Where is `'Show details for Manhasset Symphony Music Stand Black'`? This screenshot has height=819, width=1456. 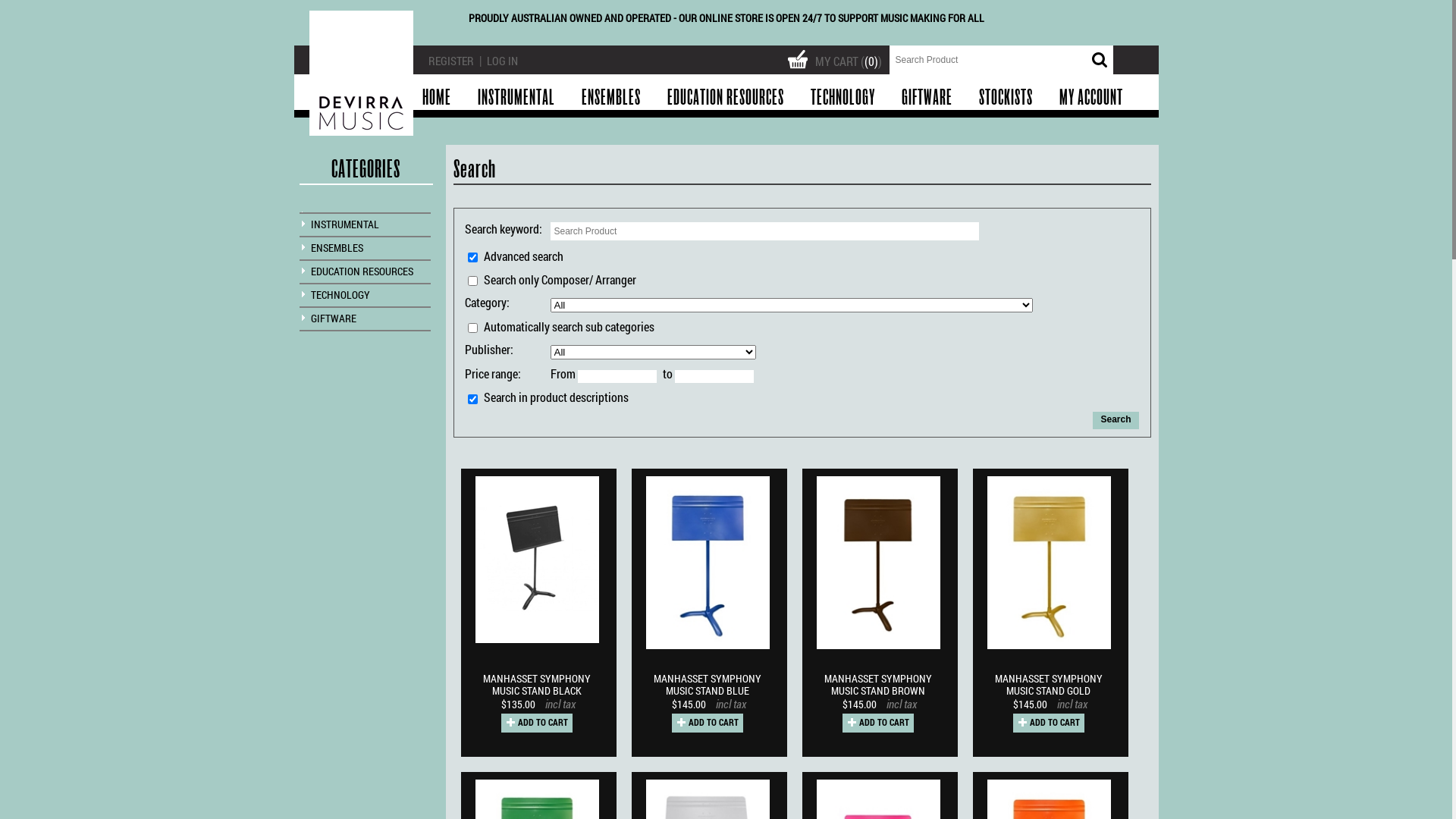
'Show details for Manhasset Symphony Music Stand Black' is located at coordinates (537, 559).